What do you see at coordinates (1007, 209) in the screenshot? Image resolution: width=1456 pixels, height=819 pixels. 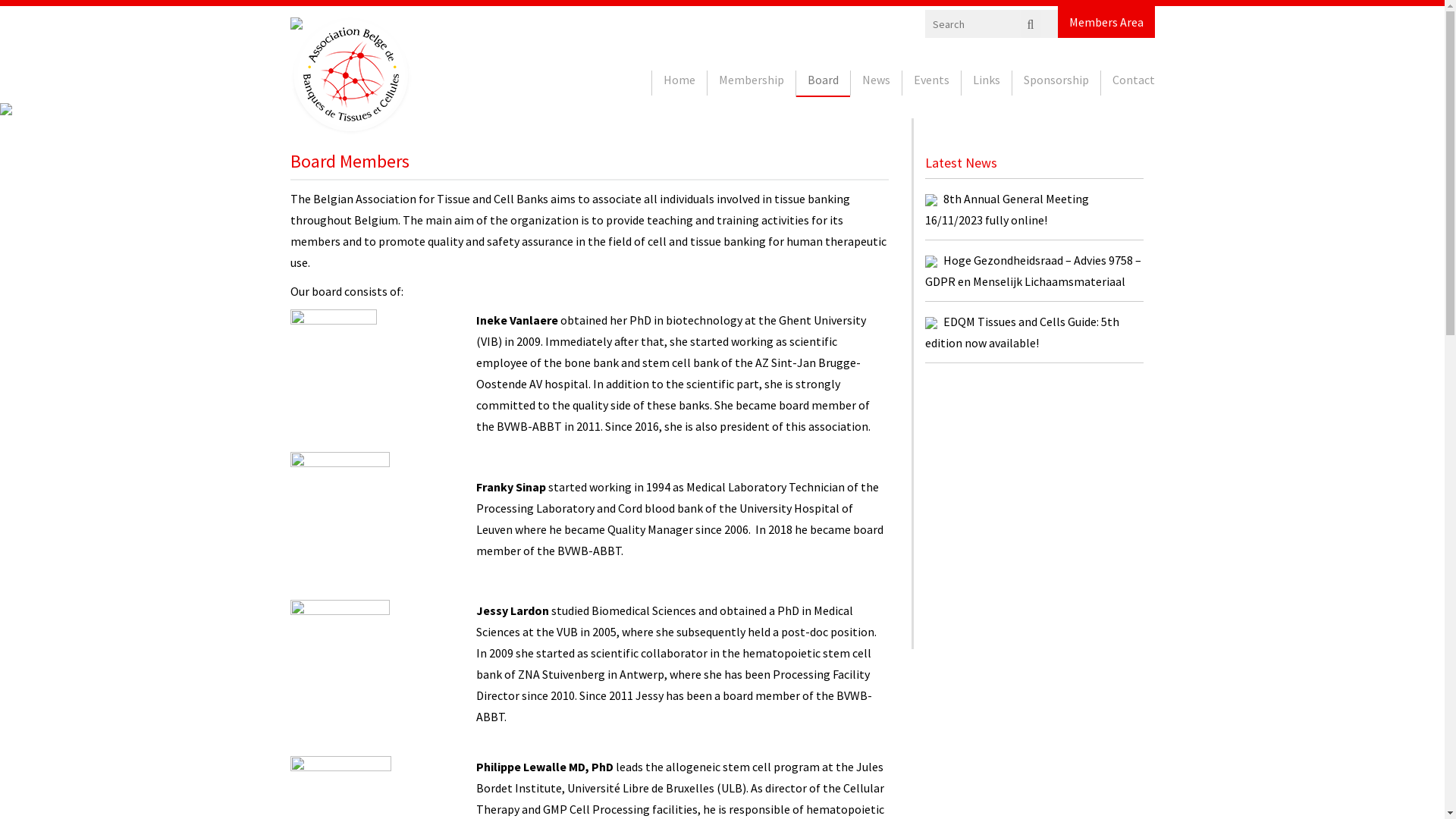 I see `'8th Annual General Meeting 16/11/2023 fully online!'` at bounding box center [1007, 209].